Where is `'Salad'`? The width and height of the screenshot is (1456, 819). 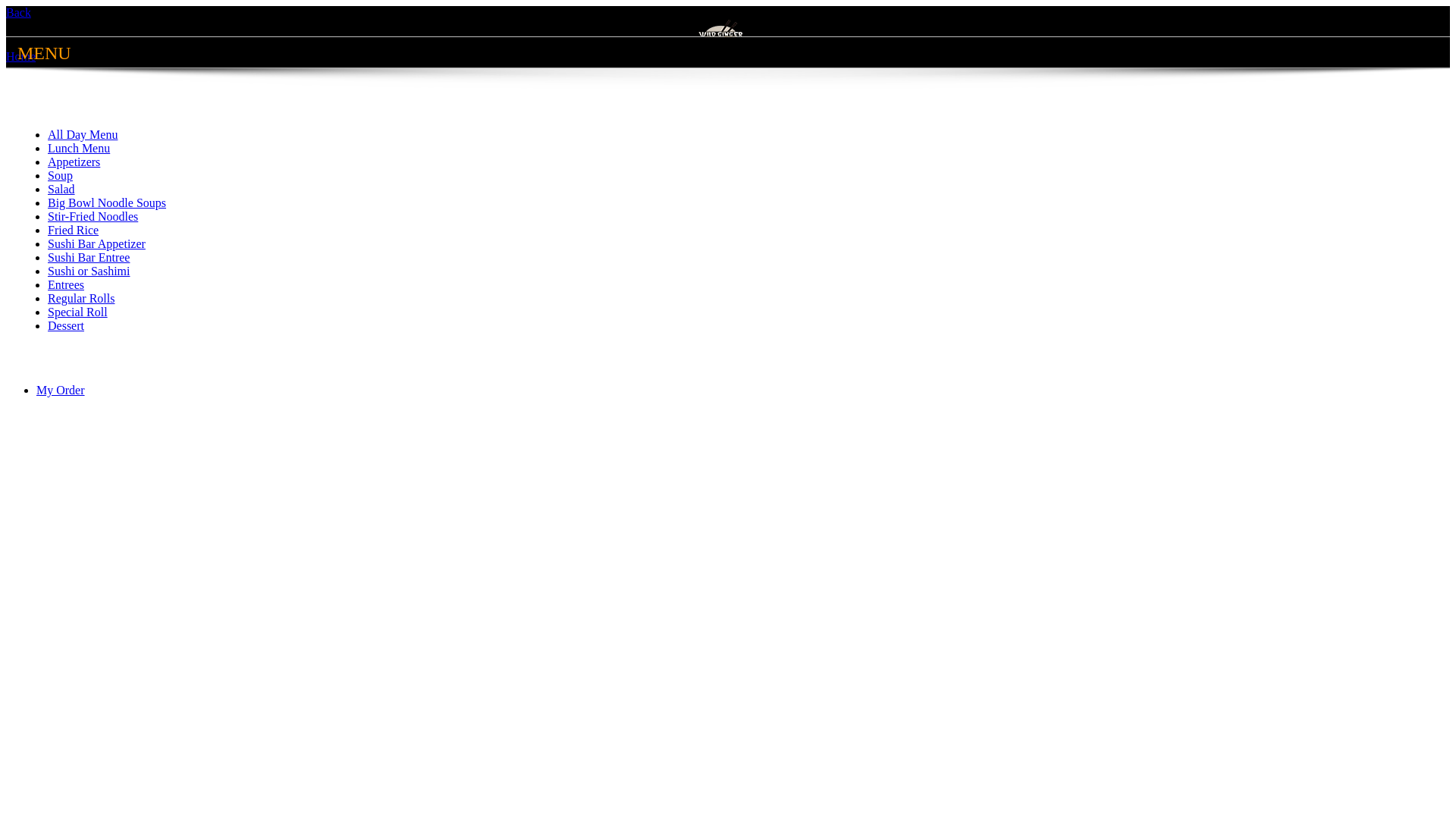 'Salad' is located at coordinates (61, 188).